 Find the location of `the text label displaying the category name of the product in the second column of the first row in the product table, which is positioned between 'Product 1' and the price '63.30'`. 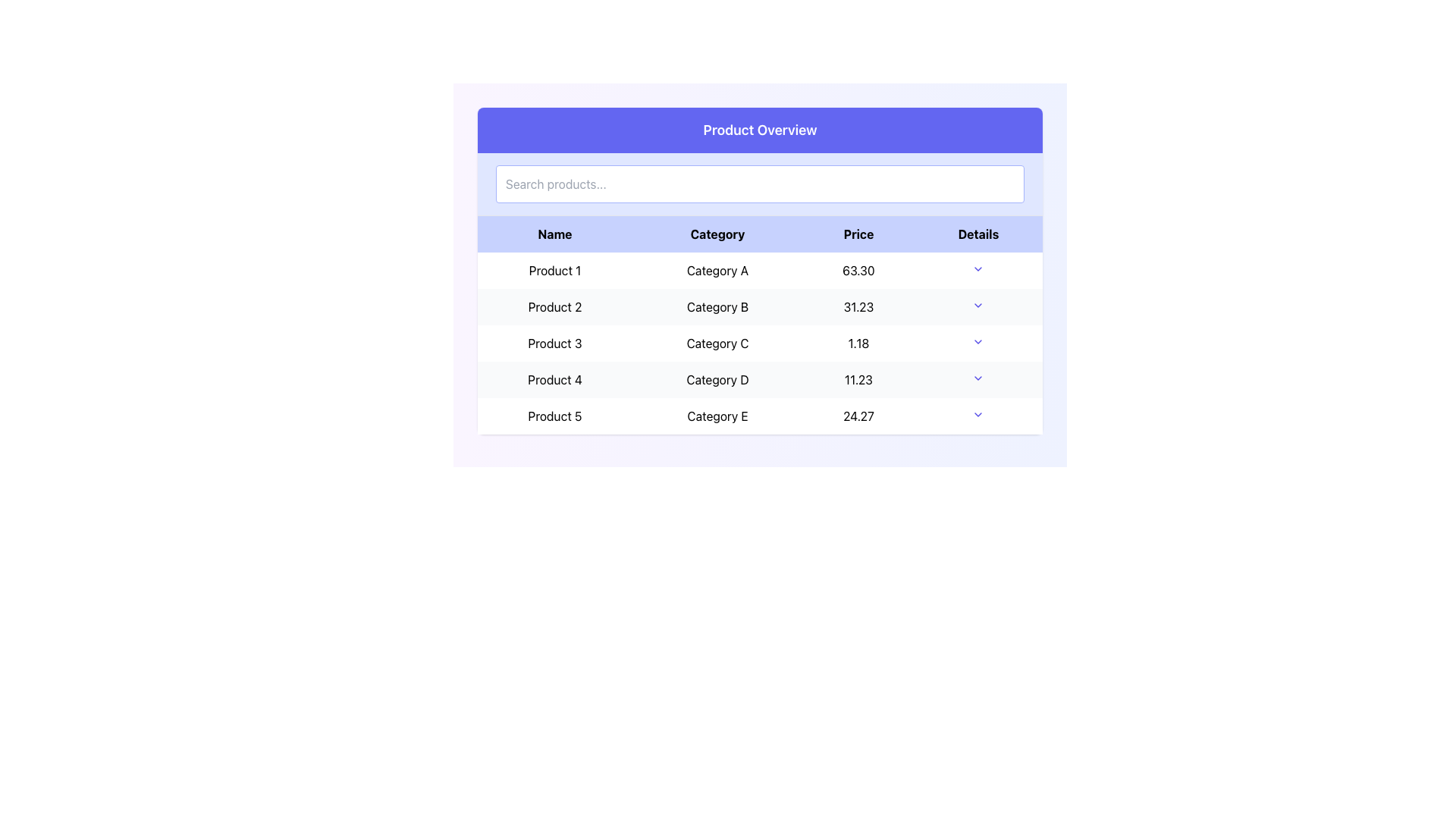

the text label displaying the category name of the product in the second column of the first row in the product table, which is positioned between 'Product 1' and the price '63.30' is located at coordinates (717, 270).